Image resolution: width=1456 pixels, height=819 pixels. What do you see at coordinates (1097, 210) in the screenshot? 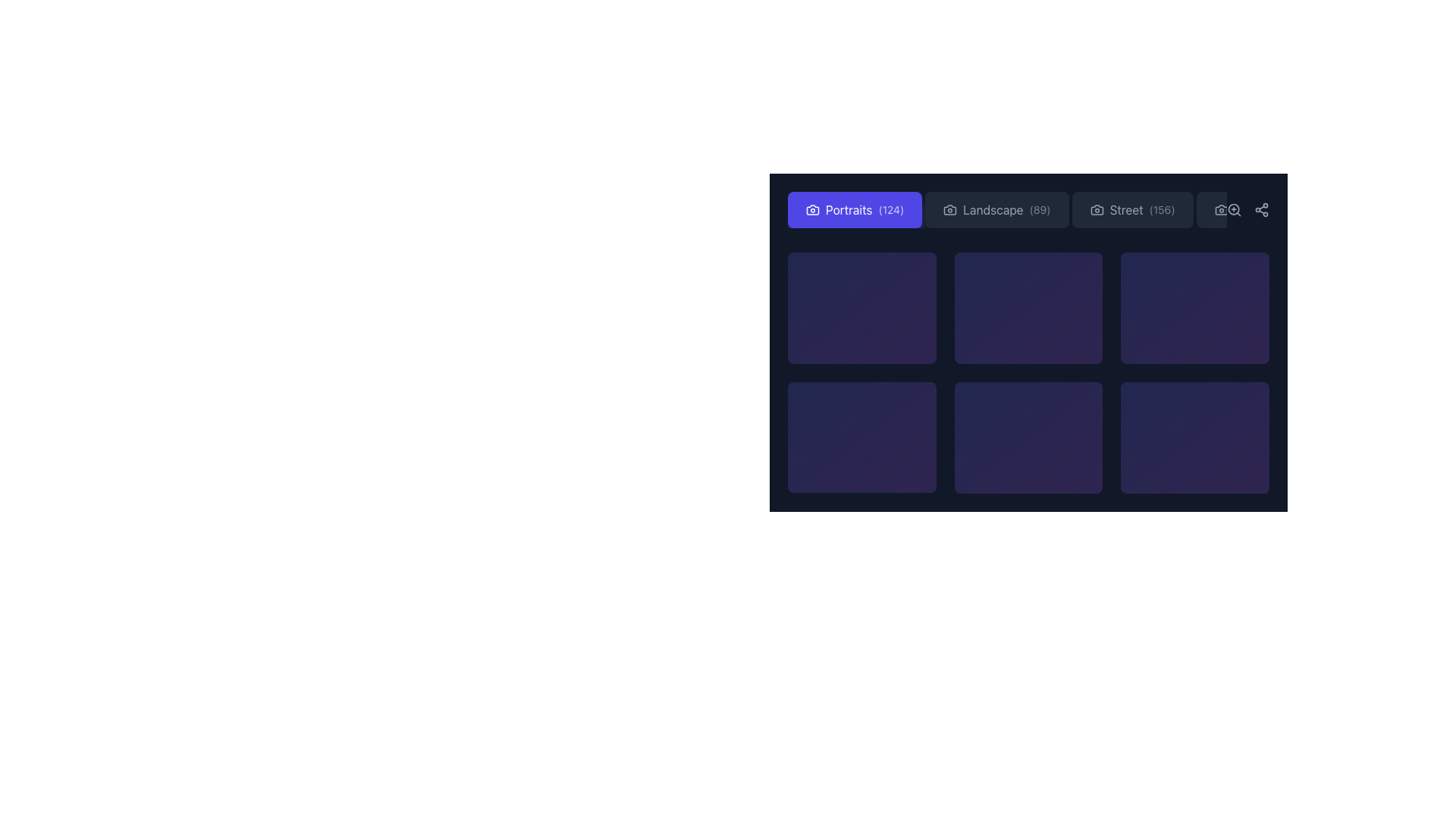
I see `the 'Street' category icon (SVG) located at the beginning of the 'Street (156)' button, which is part of the row of category buttons at the top of the interface` at bounding box center [1097, 210].